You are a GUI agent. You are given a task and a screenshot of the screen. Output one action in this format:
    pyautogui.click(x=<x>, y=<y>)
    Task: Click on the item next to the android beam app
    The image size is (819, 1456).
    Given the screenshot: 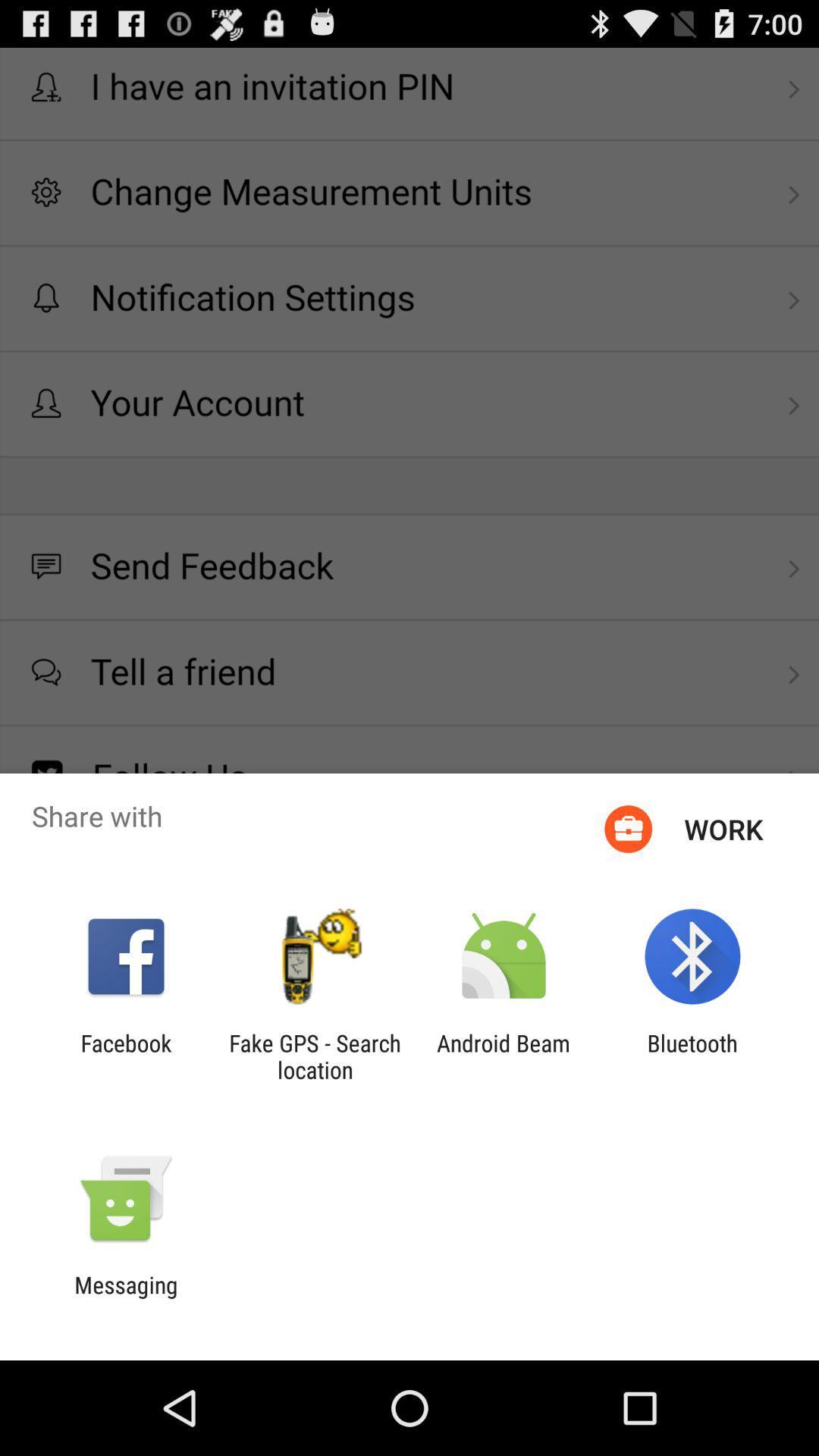 What is the action you would take?
    pyautogui.click(x=692, y=1056)
    